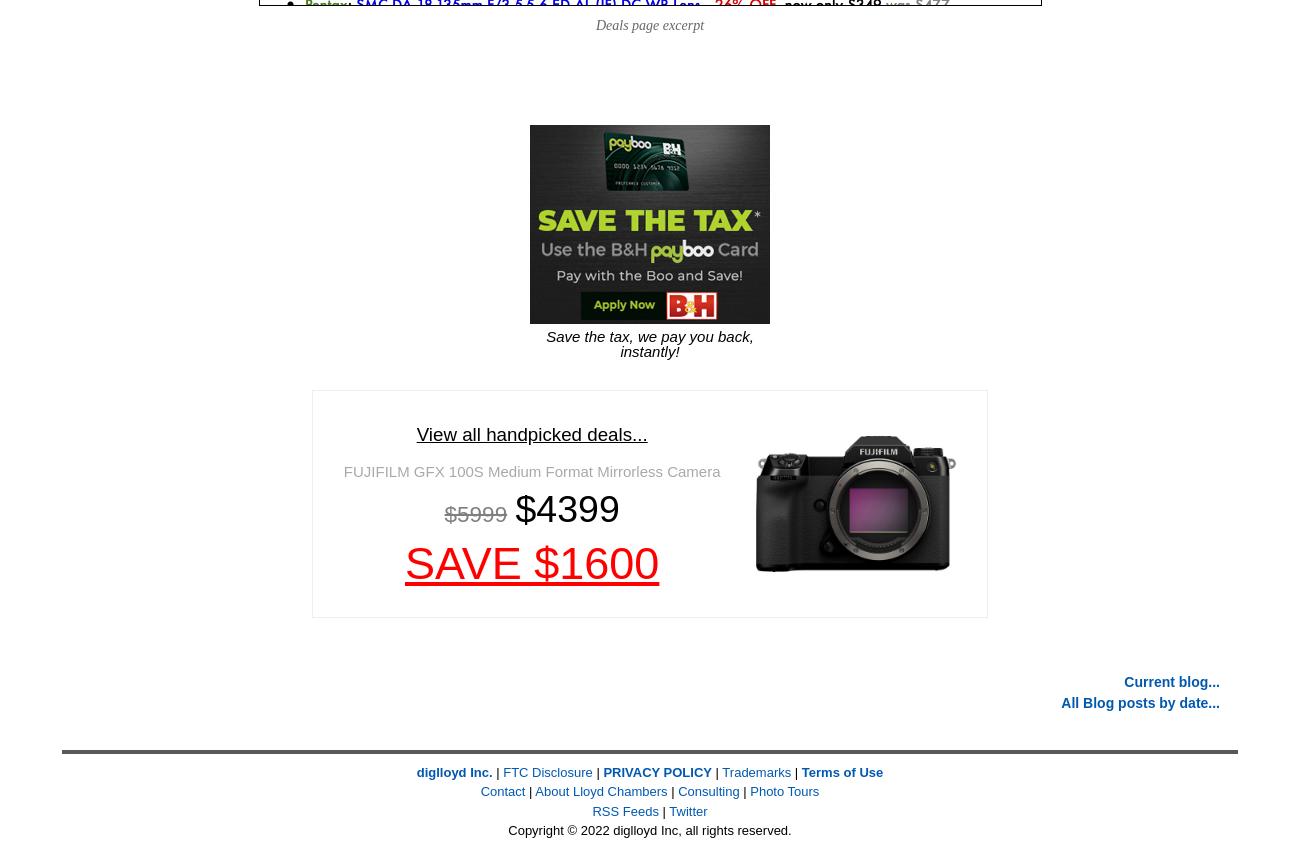 This screenshot has height=848, width=1300. Describe the element at coordinates (502, 790) in the screenshot. I see `'Contact'` at that location.